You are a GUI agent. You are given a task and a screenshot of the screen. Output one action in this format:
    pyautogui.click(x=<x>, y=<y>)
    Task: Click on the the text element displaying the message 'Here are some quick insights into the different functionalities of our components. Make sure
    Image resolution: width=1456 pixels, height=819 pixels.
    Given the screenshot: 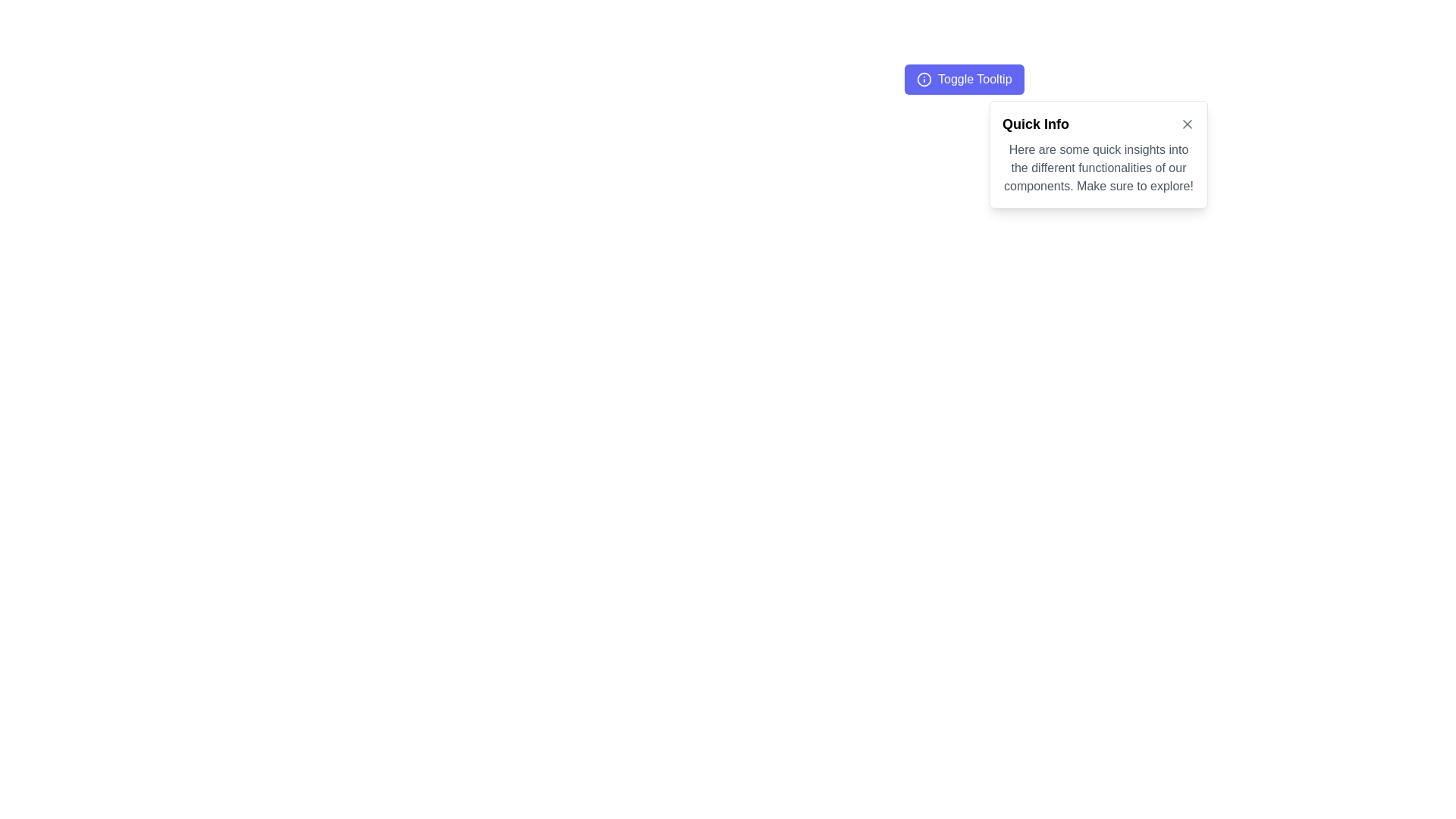 What is the action you would take?
    pyautogui.click(x=1099, y=168)
    